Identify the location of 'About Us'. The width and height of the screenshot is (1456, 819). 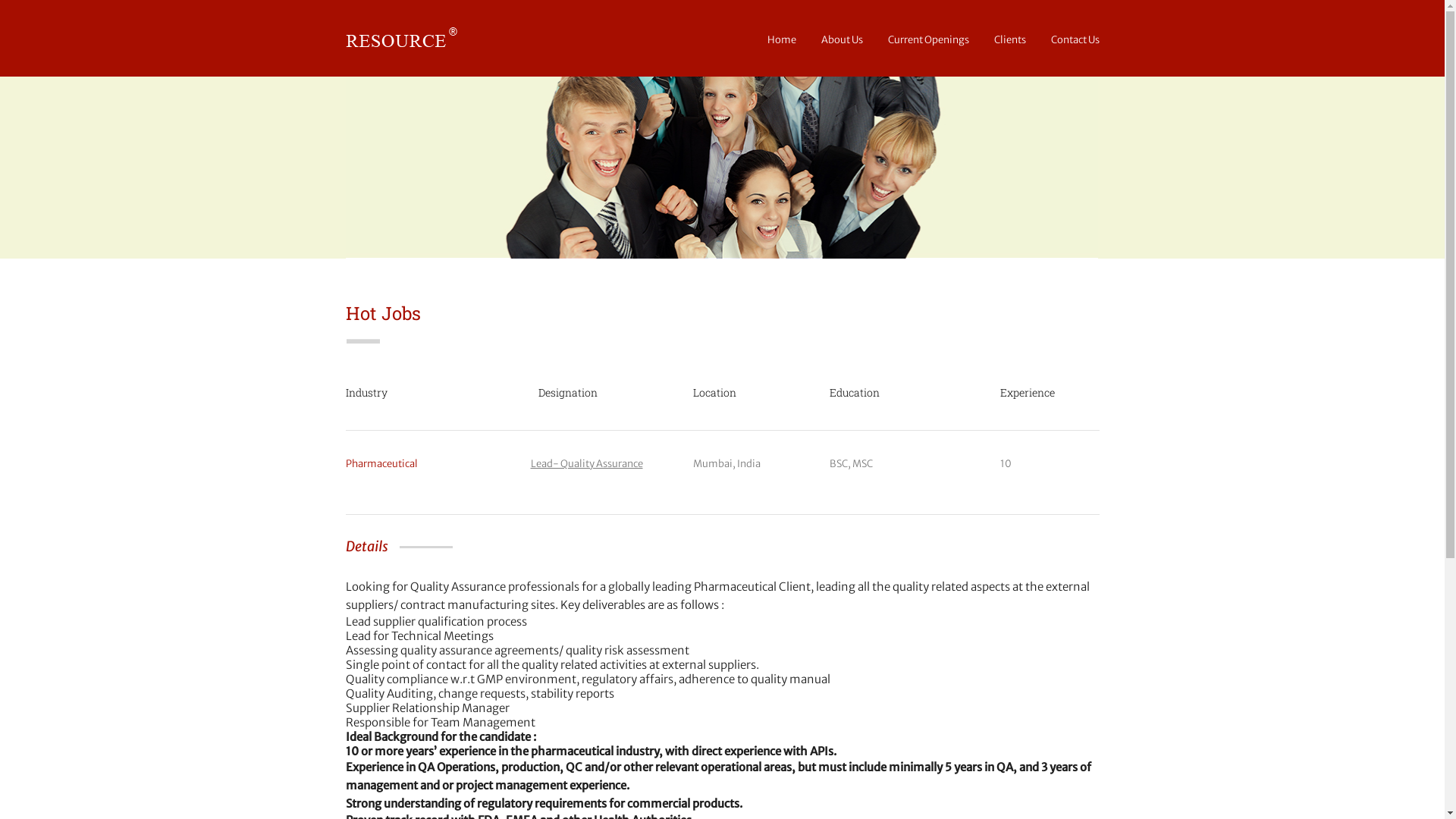
(819, 39).